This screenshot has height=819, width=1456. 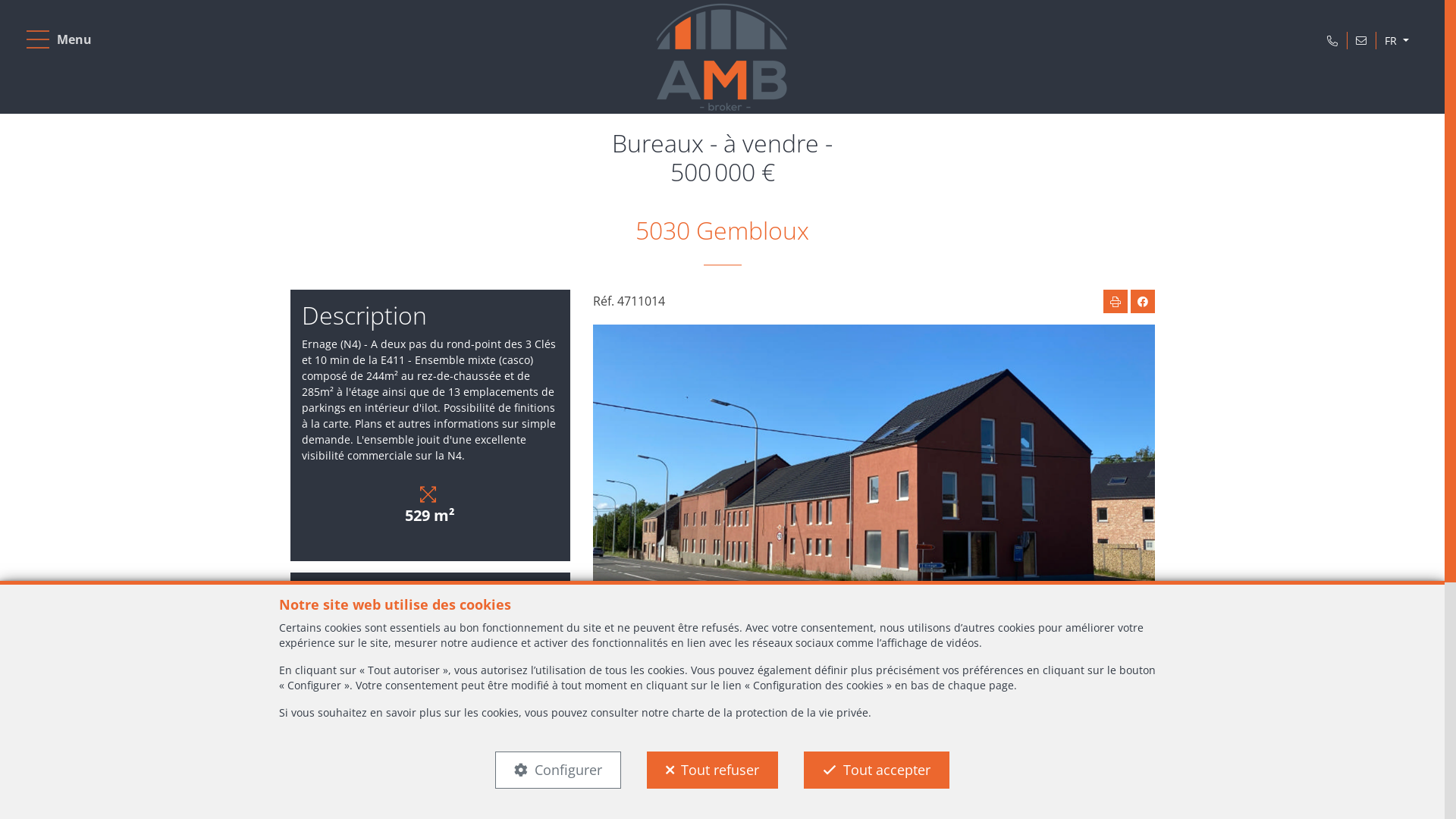 I want to click on 'Tout accepter', so click(x=877, y=770).